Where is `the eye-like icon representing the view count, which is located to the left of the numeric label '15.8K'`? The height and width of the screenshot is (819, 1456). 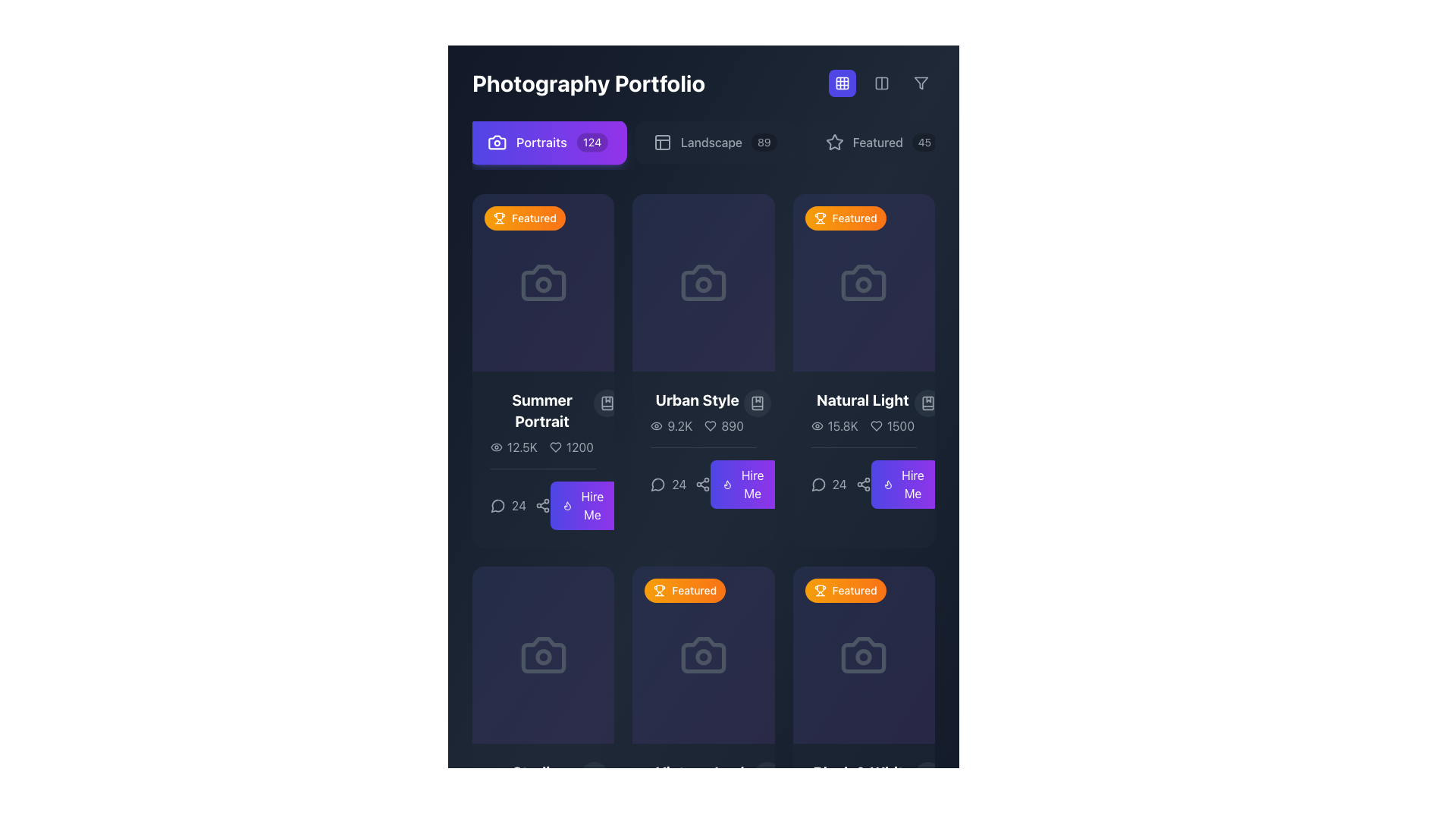
the eye-like icon representing the view count, which is located to the left of the numeric label '15.8K' is located at coordinates (816, 426).